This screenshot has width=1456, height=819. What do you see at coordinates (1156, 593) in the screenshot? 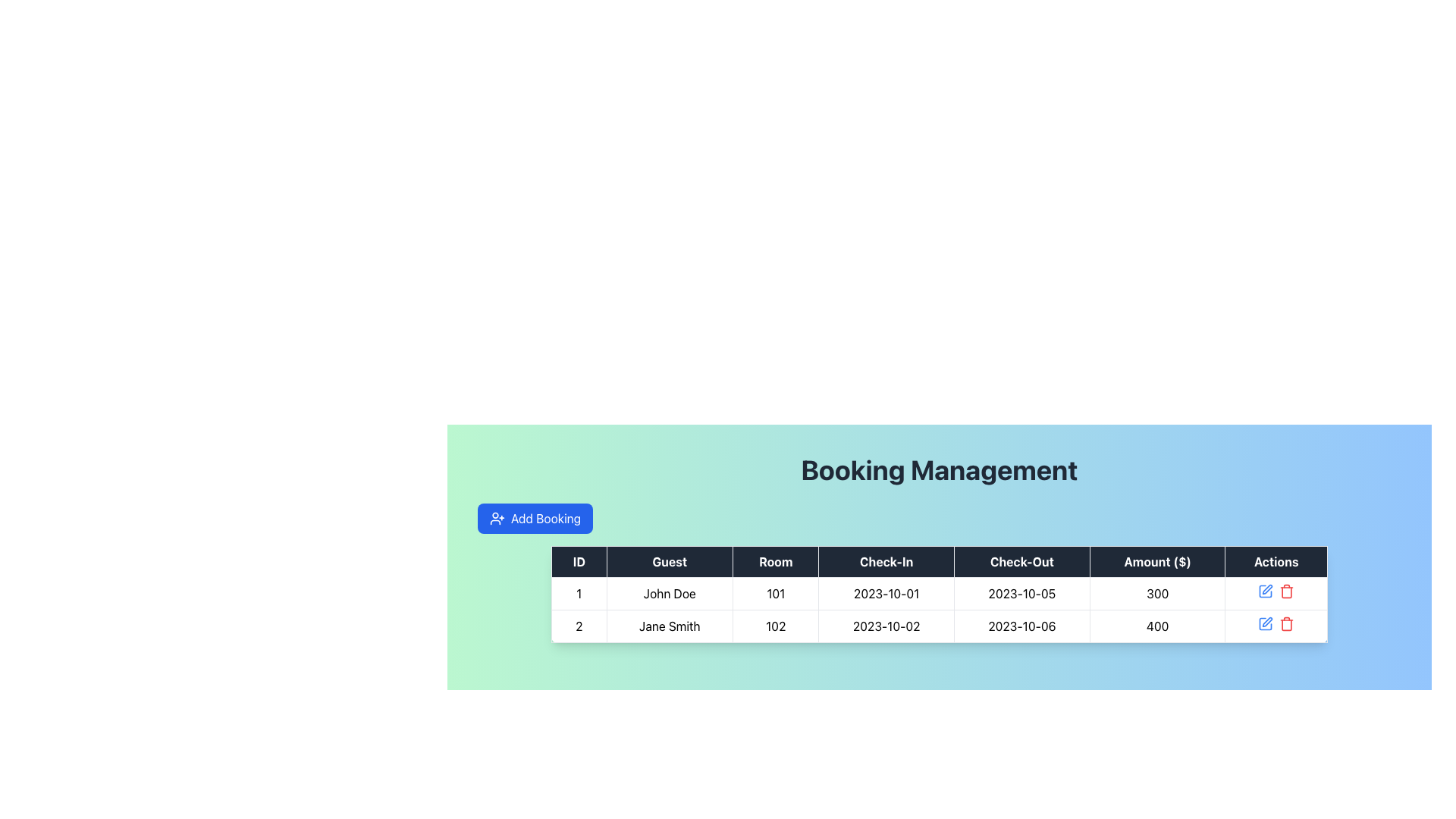
I see `the static text cell displaying the number '300' in the 'Amount ($)' column of the booking table` at bounding box center [1156, 593].